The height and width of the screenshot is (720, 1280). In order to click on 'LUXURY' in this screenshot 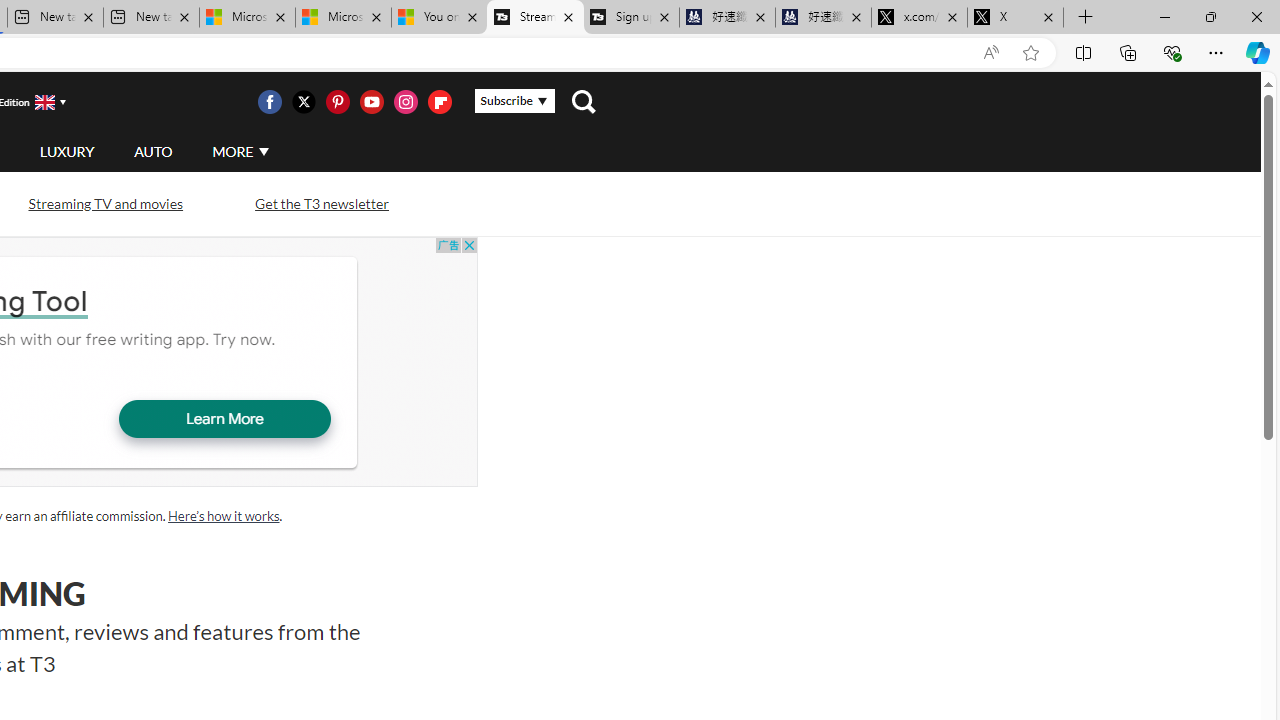, I will do `click(66, 150)`.